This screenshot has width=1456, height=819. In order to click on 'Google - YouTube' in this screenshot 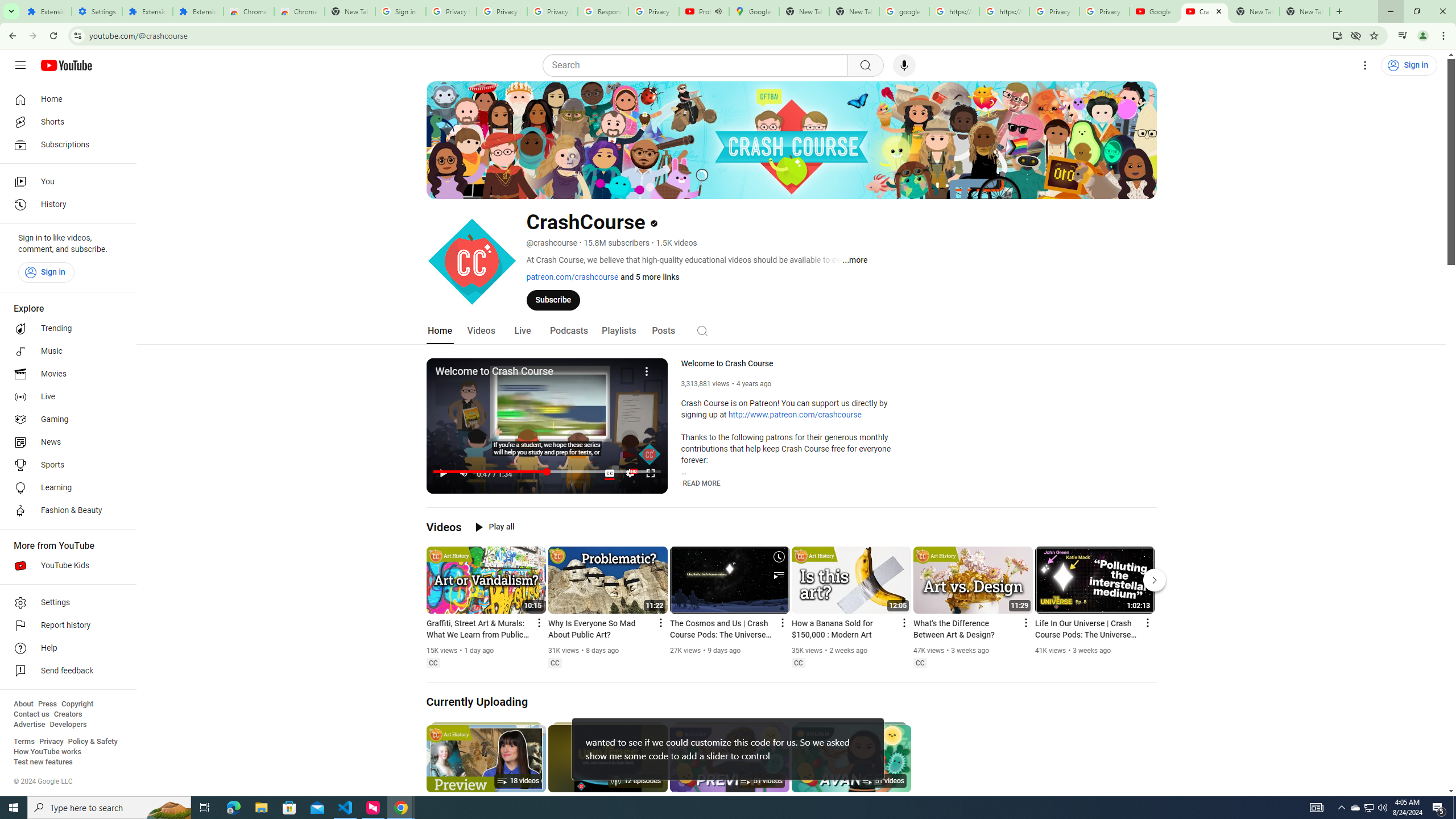, I will do `click(1155, 11)`.